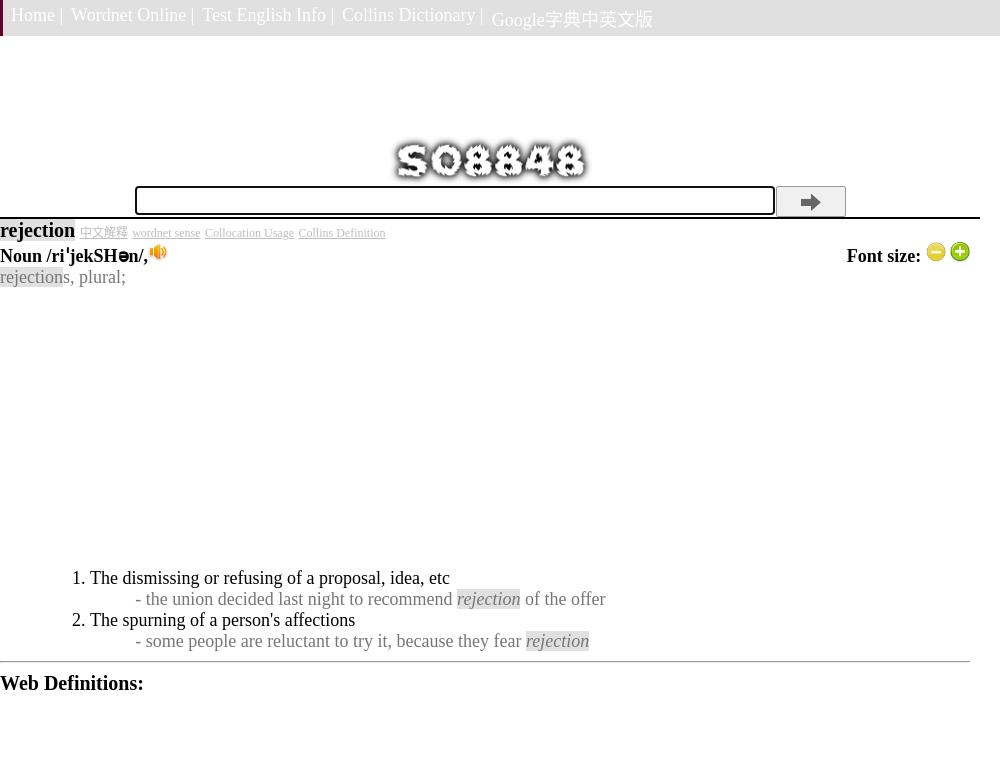  I want to click on 'Collocation Usage', so click(247, 232).